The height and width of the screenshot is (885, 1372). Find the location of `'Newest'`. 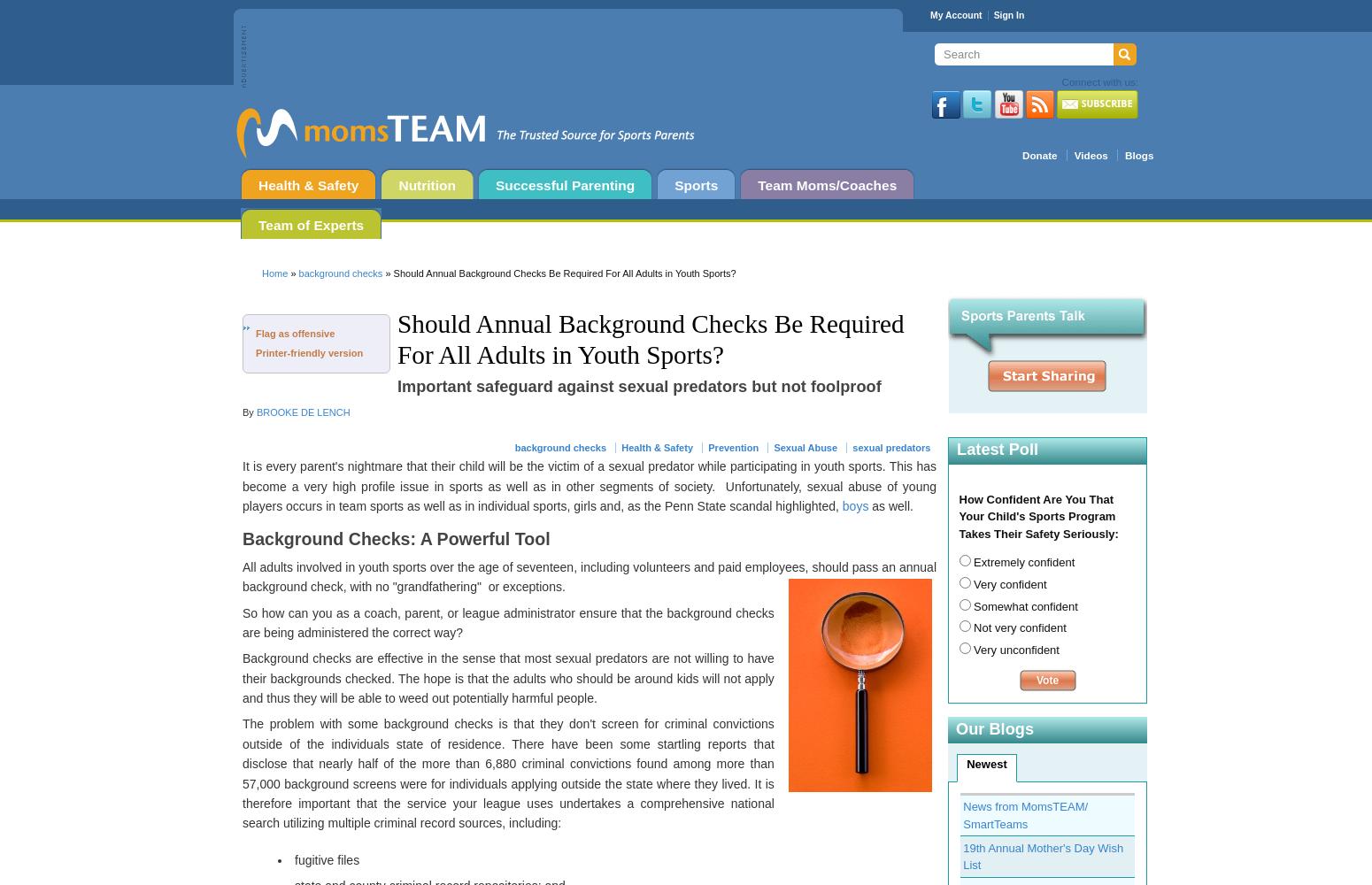

'Newest' is located at coordinates (985, 763).